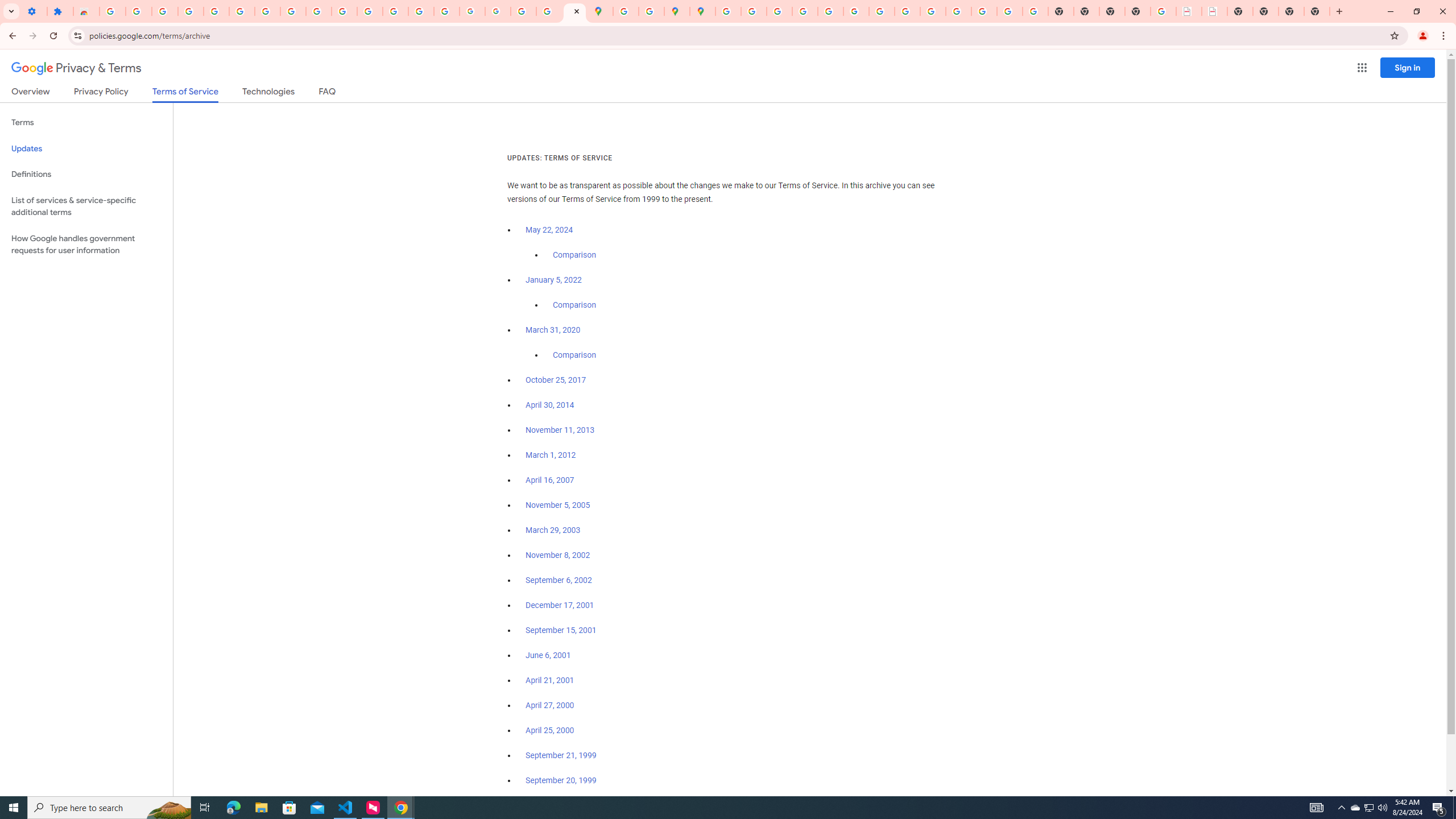  What do you see at coordinates (547, 655) in the screenshot?
I see `'June 6, 2001'` at bounding box center [547, 655].